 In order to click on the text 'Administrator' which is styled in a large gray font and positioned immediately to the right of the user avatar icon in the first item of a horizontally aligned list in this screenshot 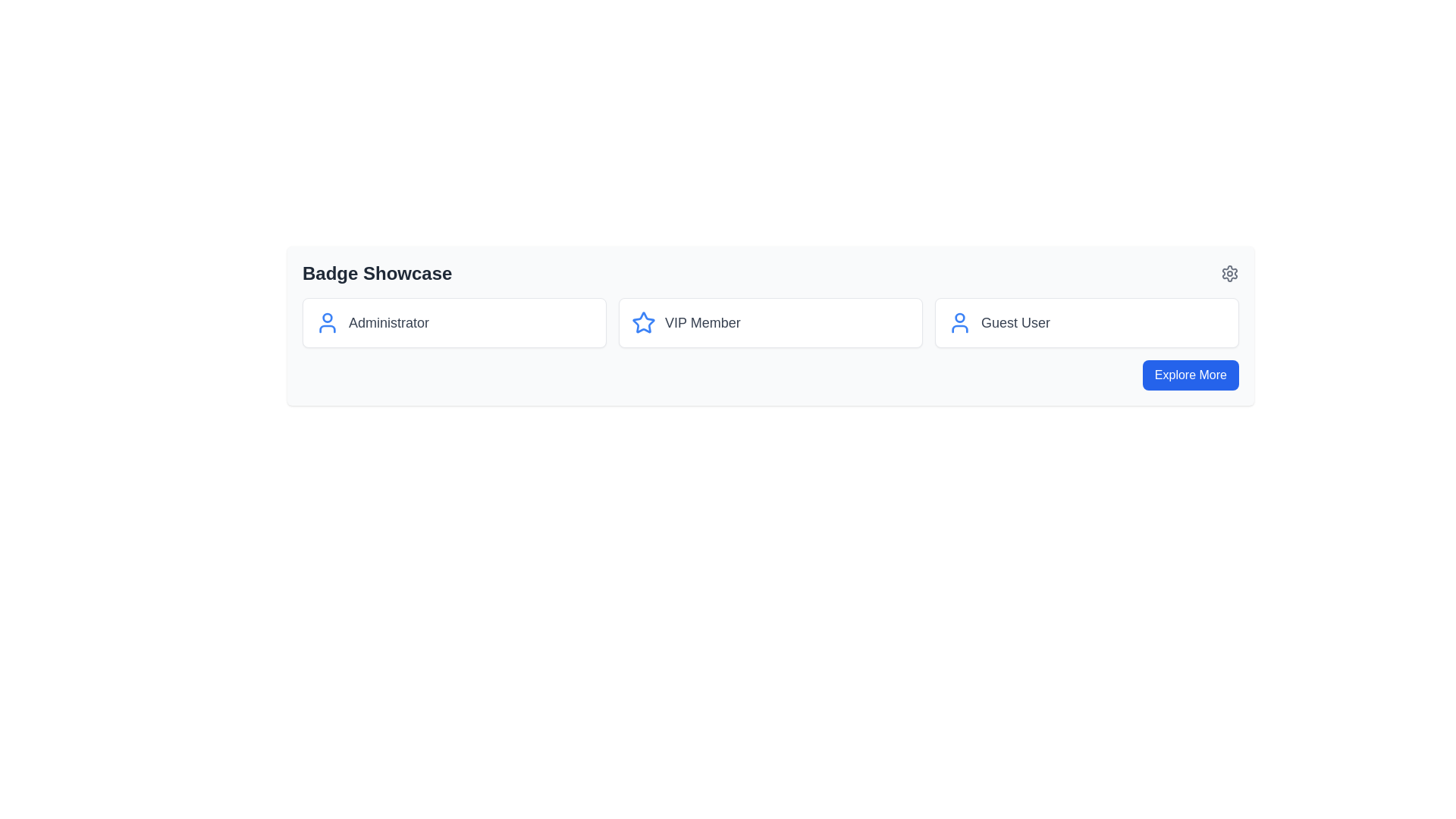, I will do `click(389, 322)`.